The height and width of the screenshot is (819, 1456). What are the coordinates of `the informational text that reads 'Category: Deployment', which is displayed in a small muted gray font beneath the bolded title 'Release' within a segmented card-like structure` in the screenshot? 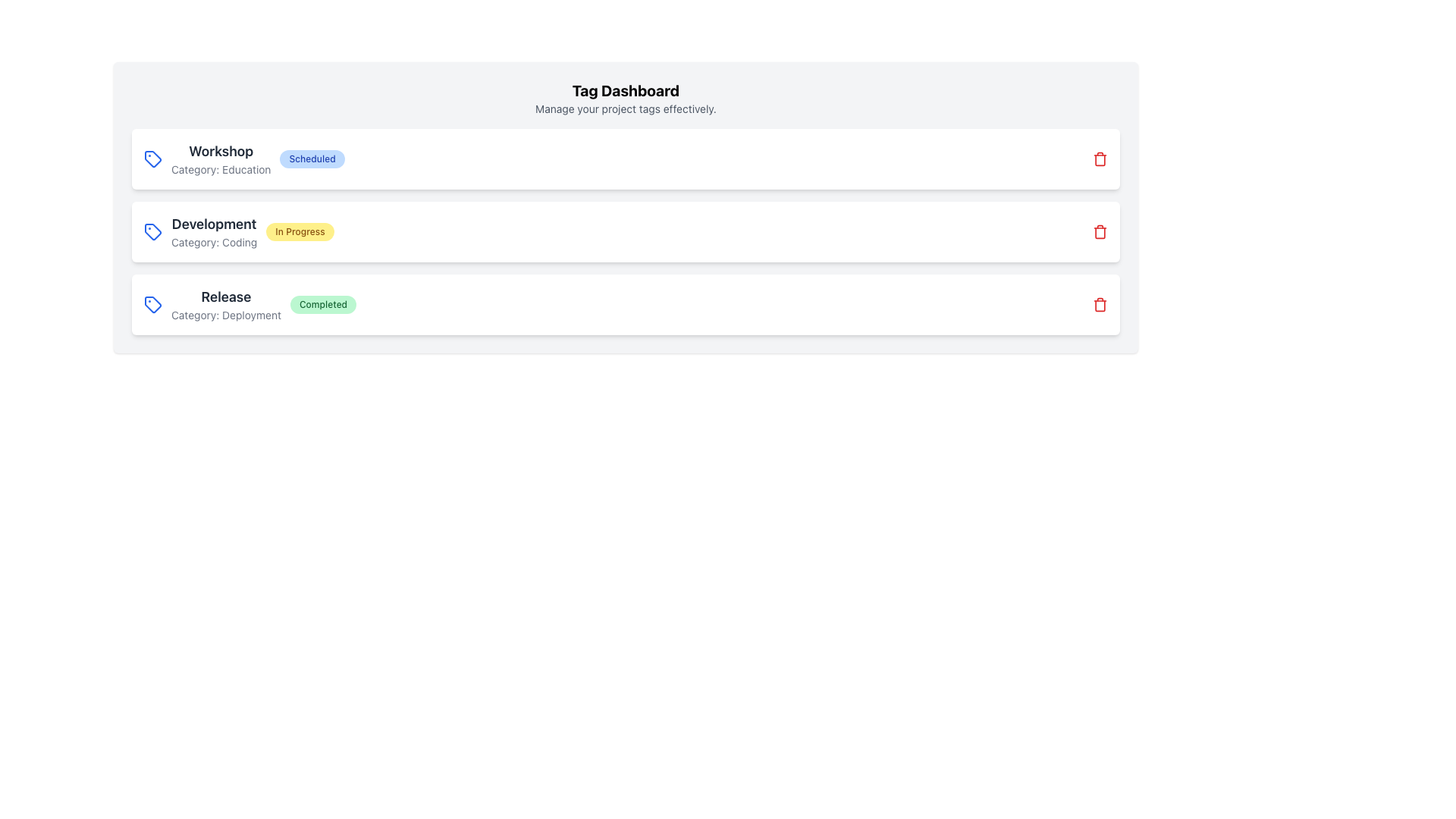 It's located at (225, 315).